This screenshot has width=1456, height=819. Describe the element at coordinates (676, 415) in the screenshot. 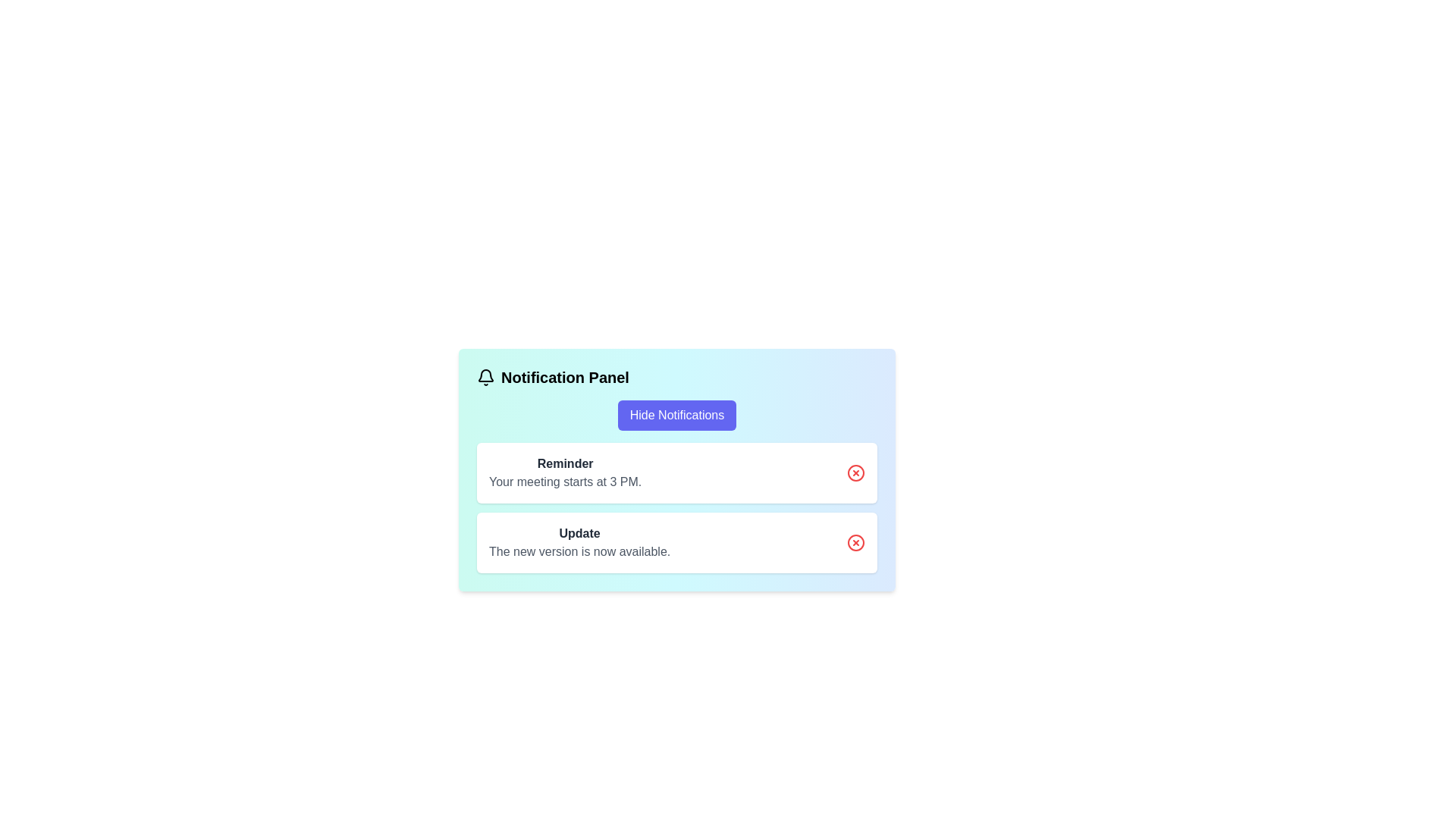

I see `the 'Hide Notifications' button, which is a rectangular button with a vibrant indigo color and white bold text, to visualize its hover effects` at that location.